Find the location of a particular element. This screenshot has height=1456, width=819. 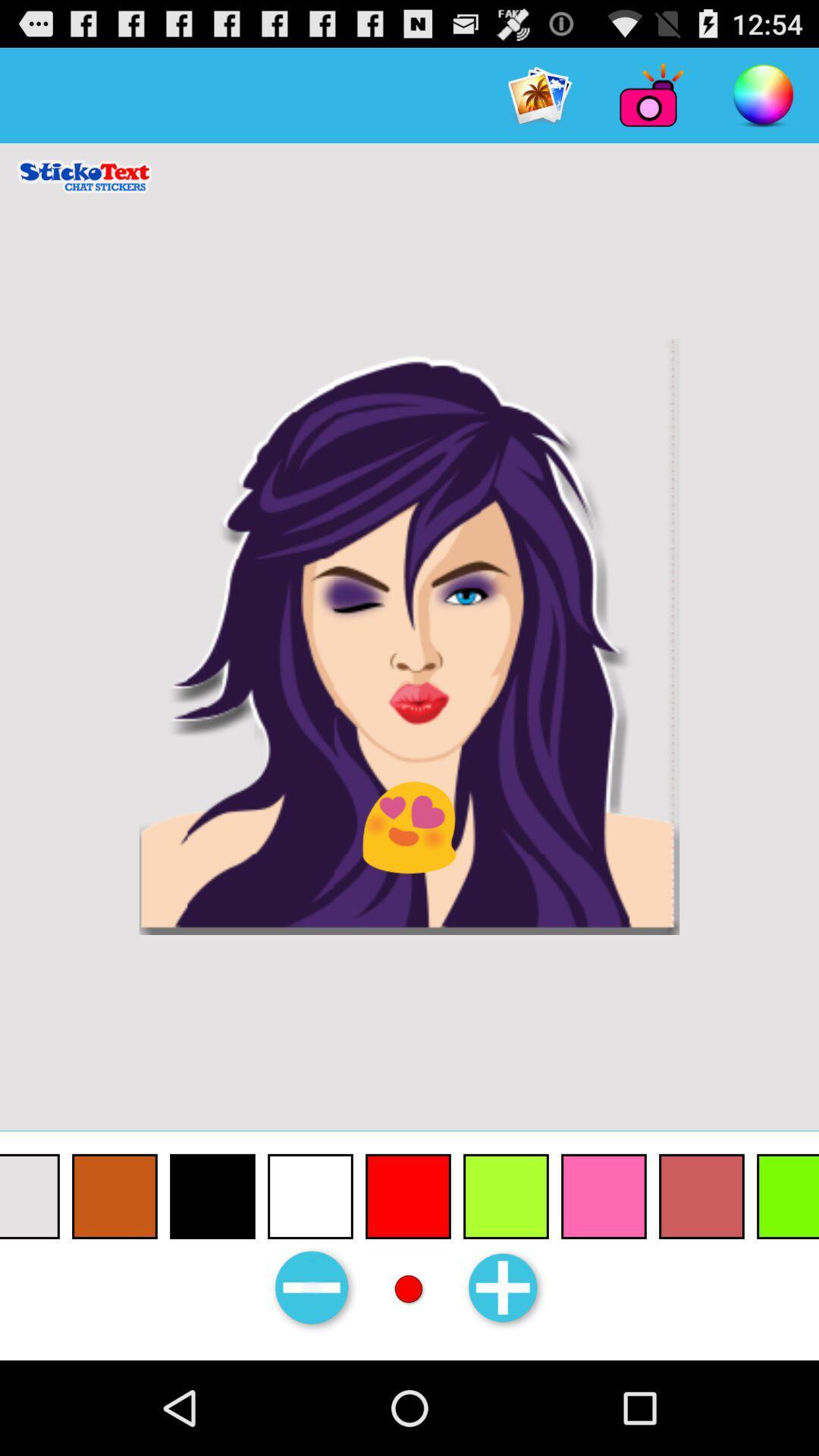

the add icon is located at coordinates (505, 1380).